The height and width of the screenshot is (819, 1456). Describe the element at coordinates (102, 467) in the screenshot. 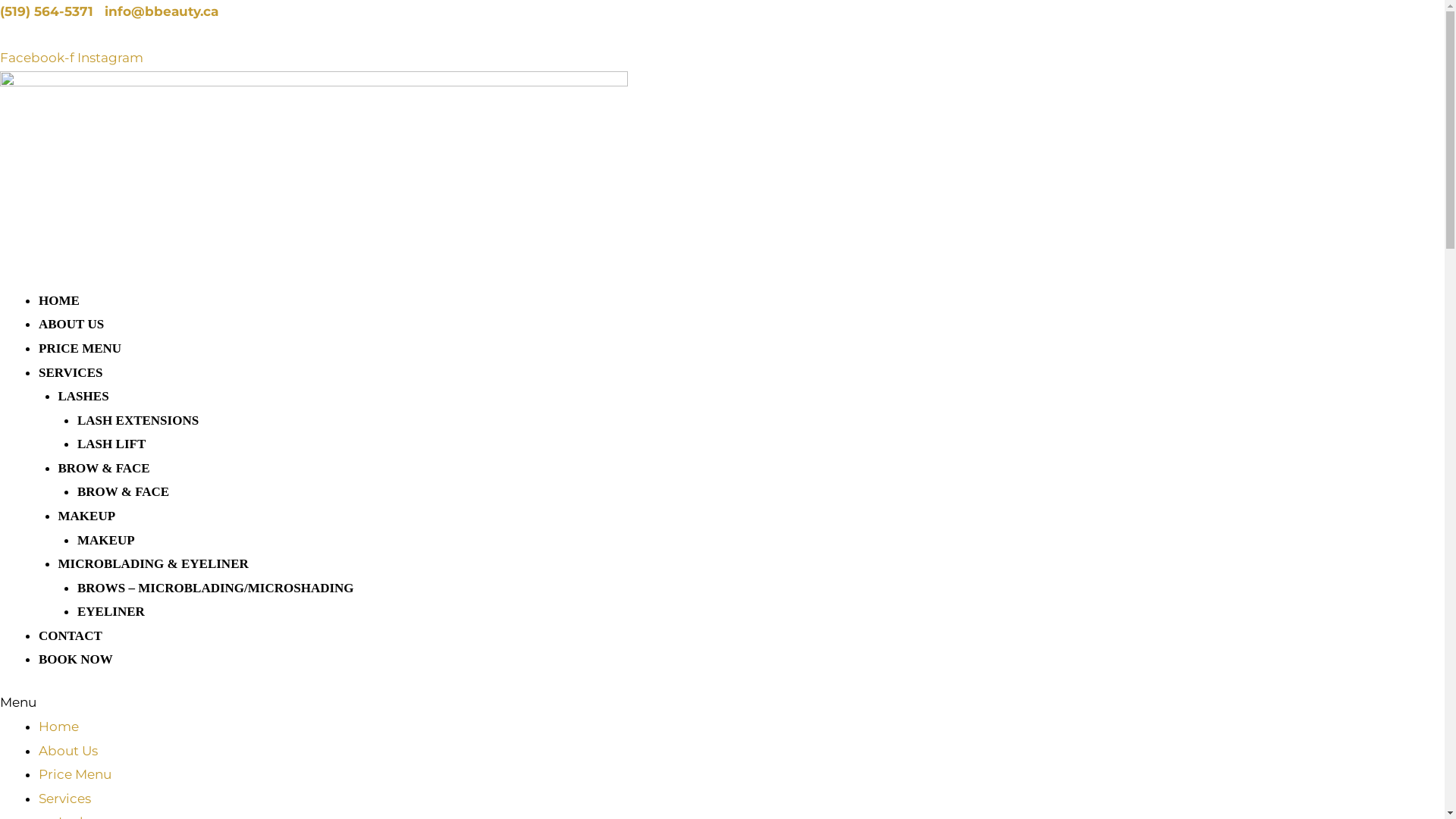

I see `'BROW & FACE'` at that location.